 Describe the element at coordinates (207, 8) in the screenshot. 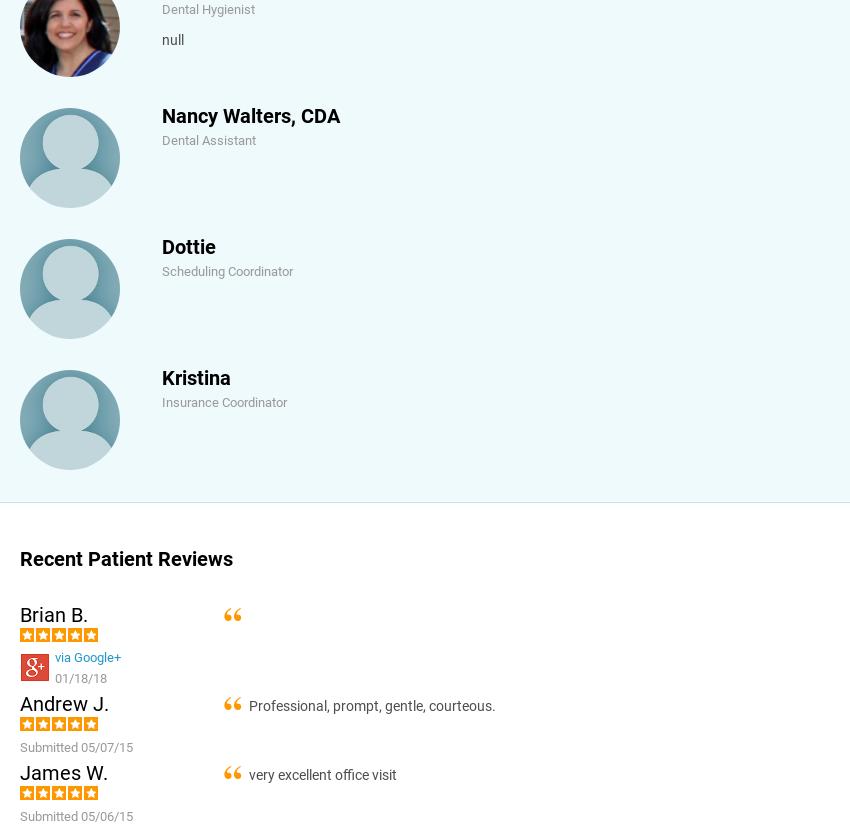

I see `'Dental Hygienist'` at that location.